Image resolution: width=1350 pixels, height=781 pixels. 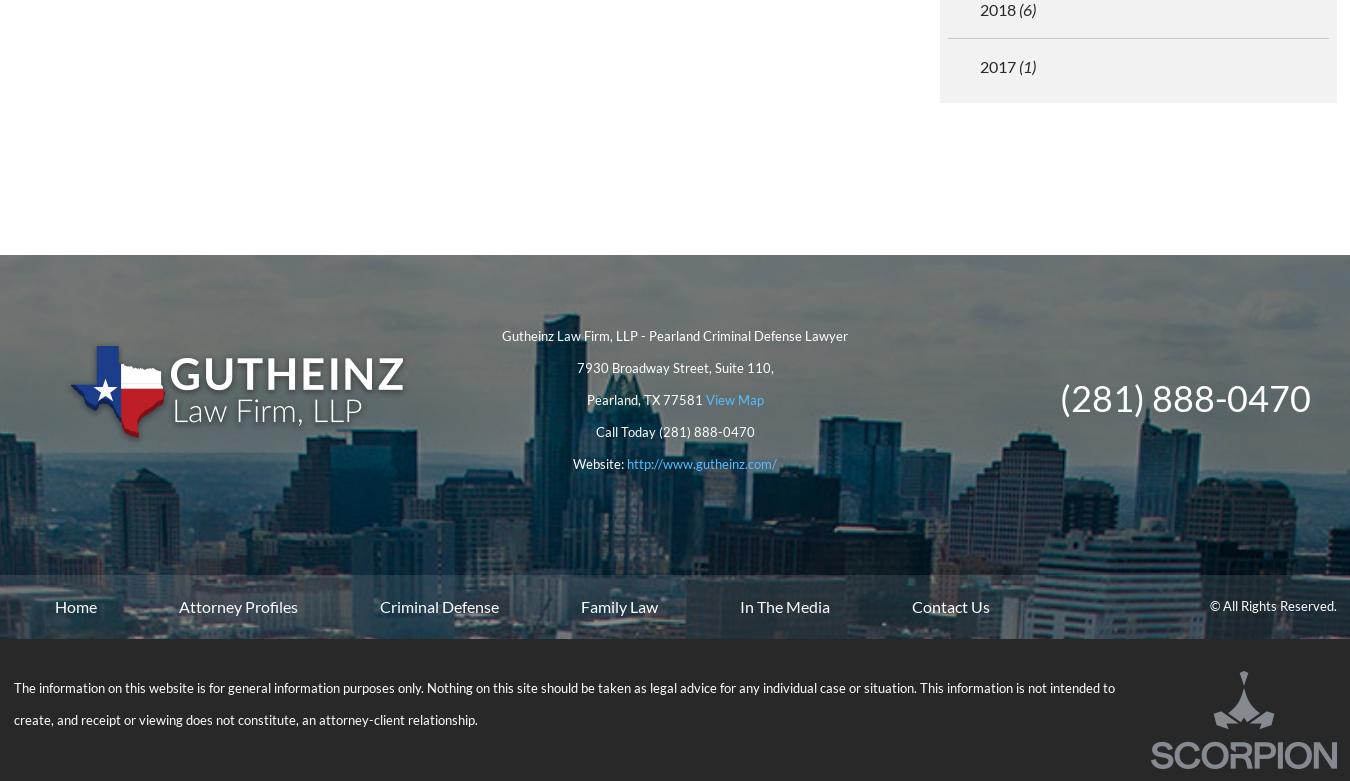 What do you see at coordinates (1026, 65) in the screenshot?
I see `'(1)'` at bounding box center [1026, 65].